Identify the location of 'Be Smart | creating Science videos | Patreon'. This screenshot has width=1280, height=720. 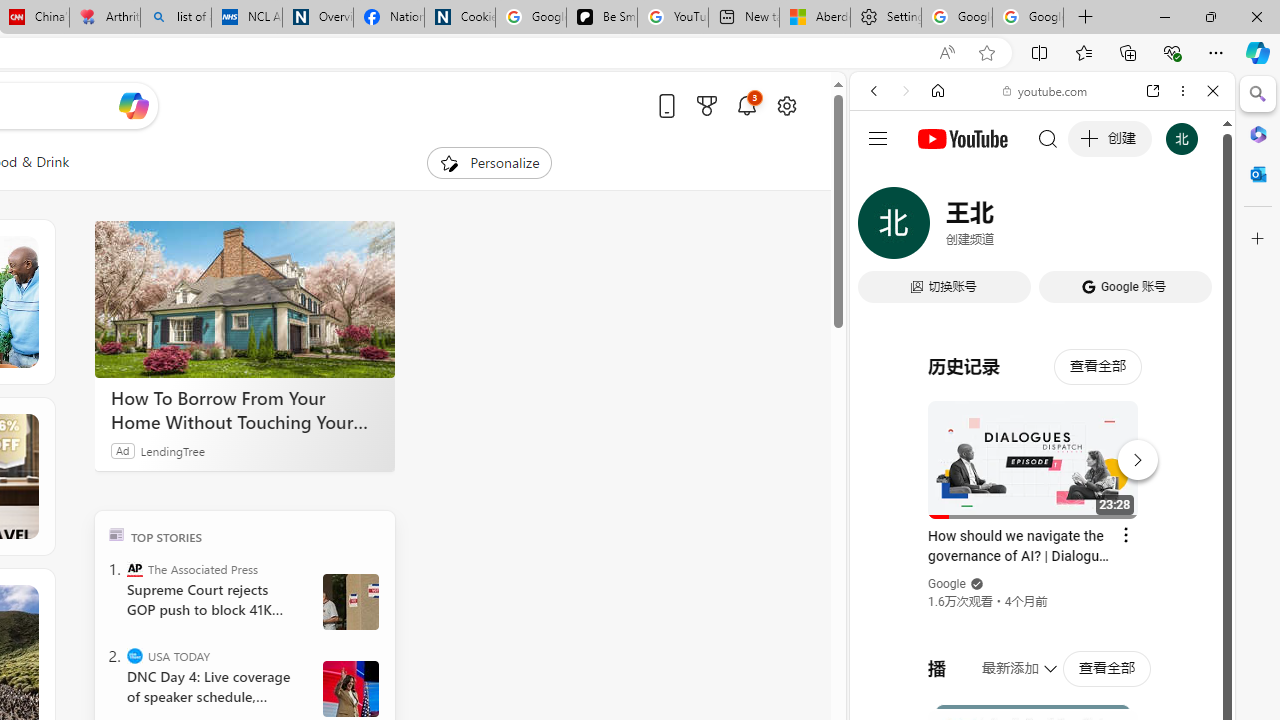
(601, 17).